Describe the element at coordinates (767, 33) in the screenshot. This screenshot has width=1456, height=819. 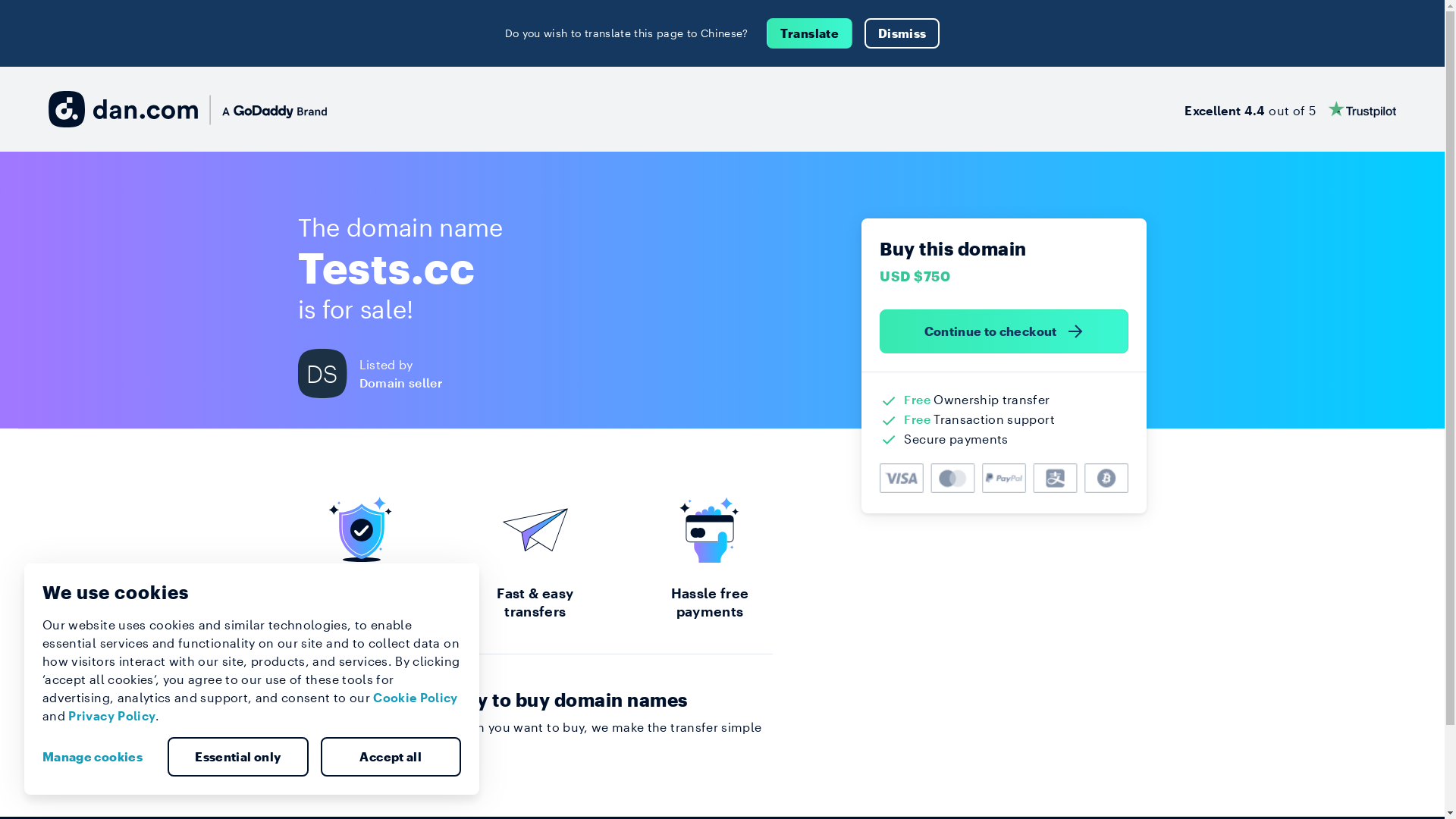
I see `'Translate'` at that location.